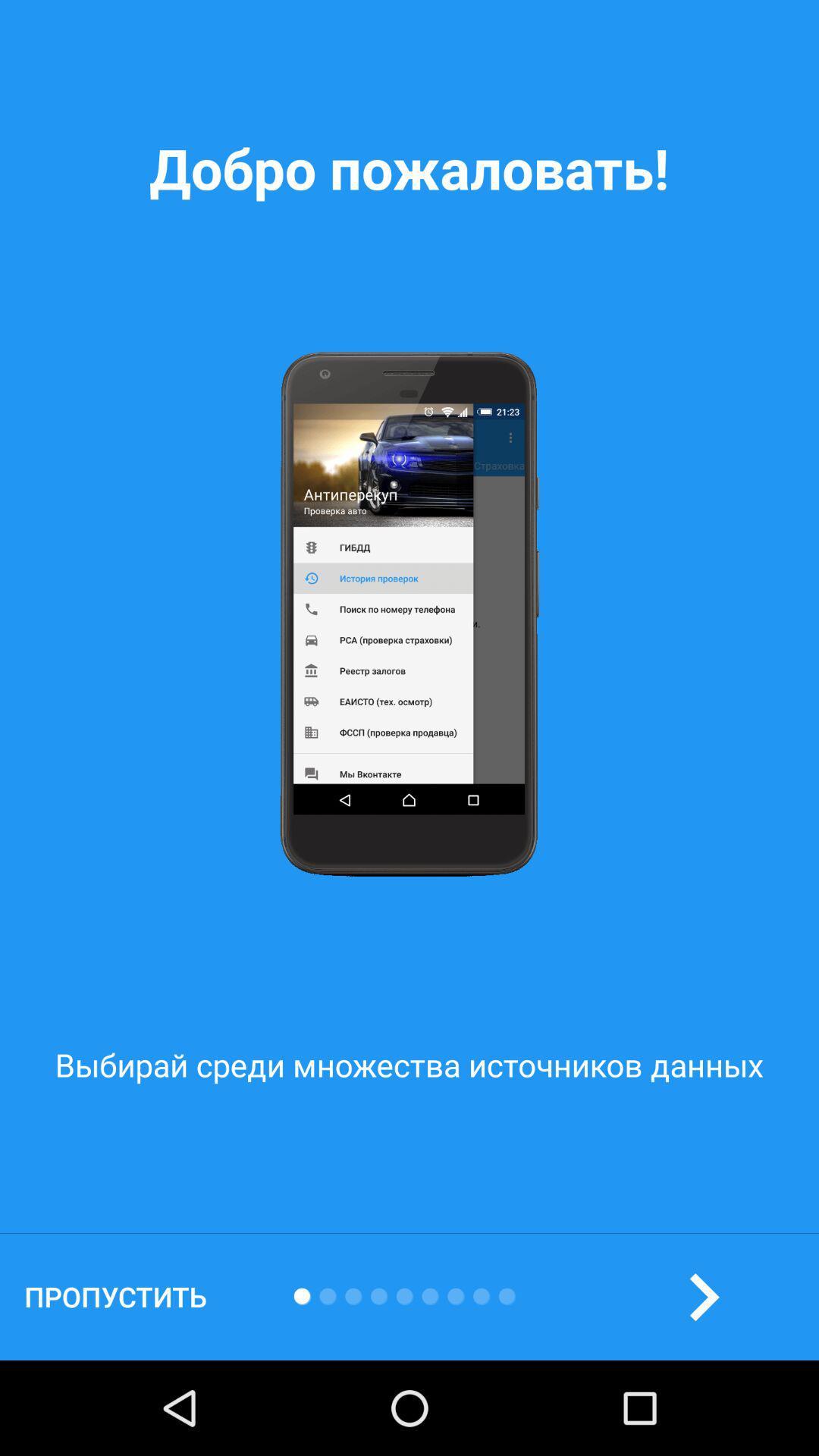  What do you see at coordinates (703, 1296) in the screenshot?
I see `the arrow_forward icon` at bounding box center [703, 1296].